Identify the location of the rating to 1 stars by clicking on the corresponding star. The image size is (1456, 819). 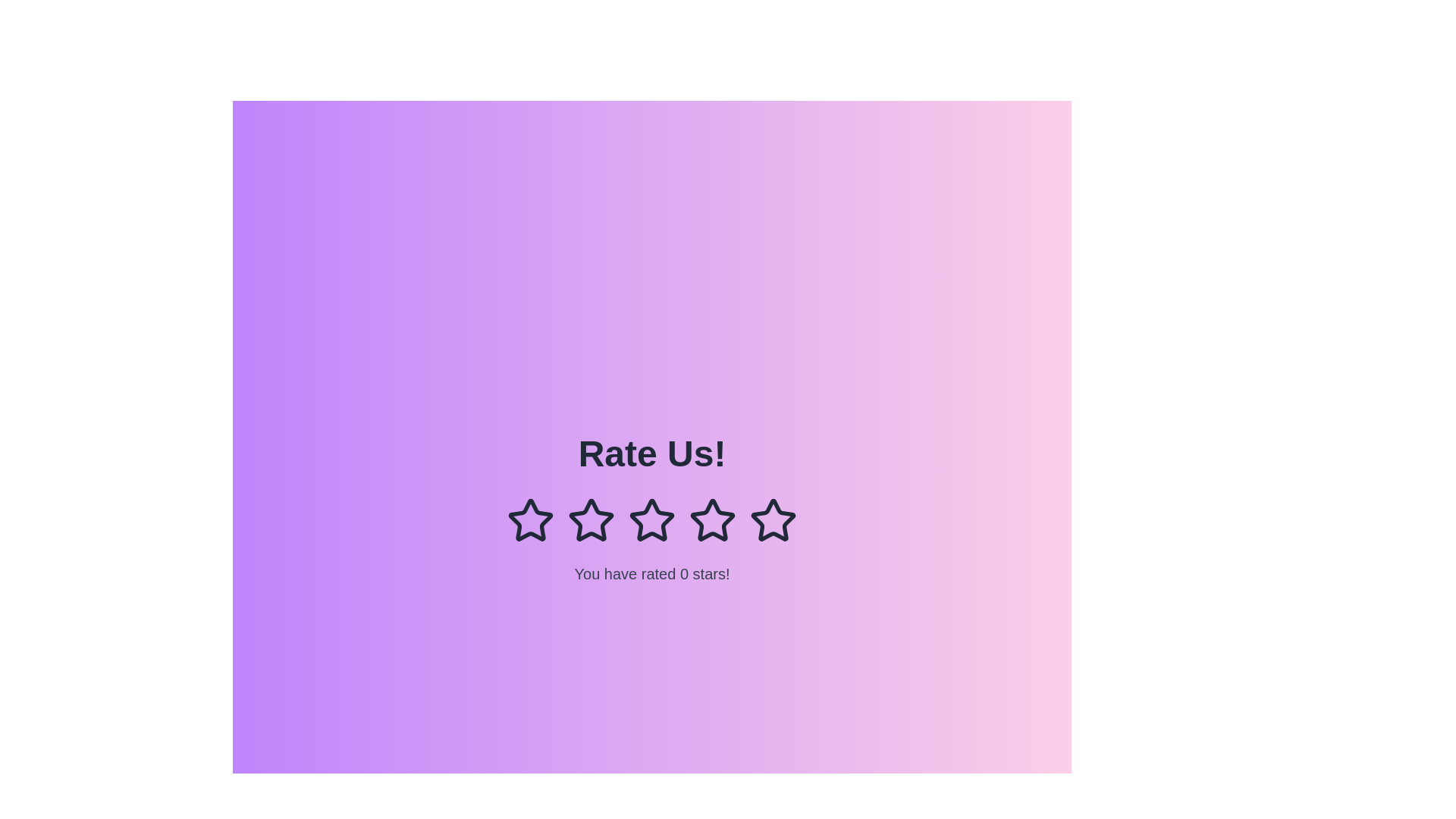
(531, 519).